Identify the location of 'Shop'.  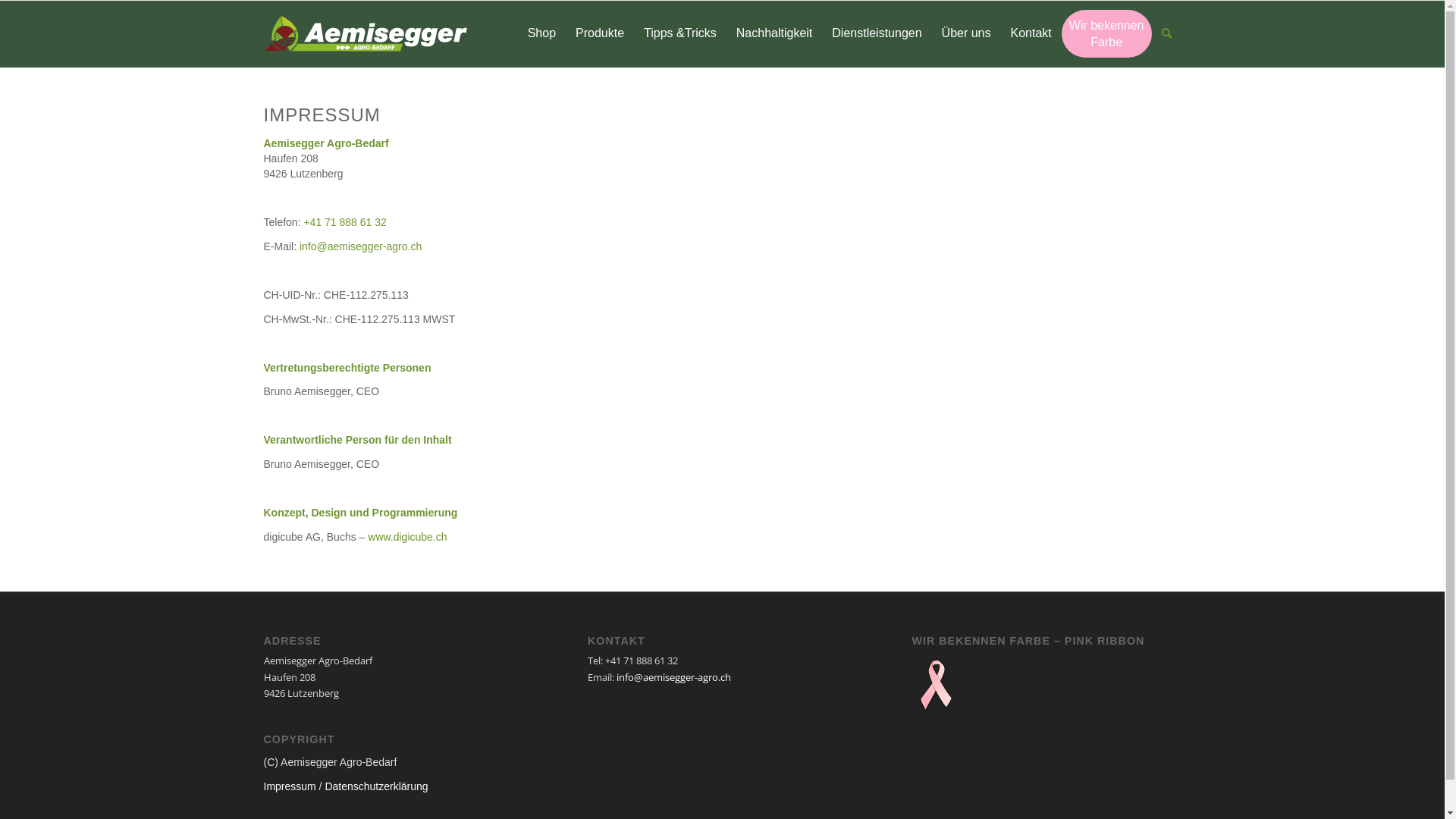
(541, 34).